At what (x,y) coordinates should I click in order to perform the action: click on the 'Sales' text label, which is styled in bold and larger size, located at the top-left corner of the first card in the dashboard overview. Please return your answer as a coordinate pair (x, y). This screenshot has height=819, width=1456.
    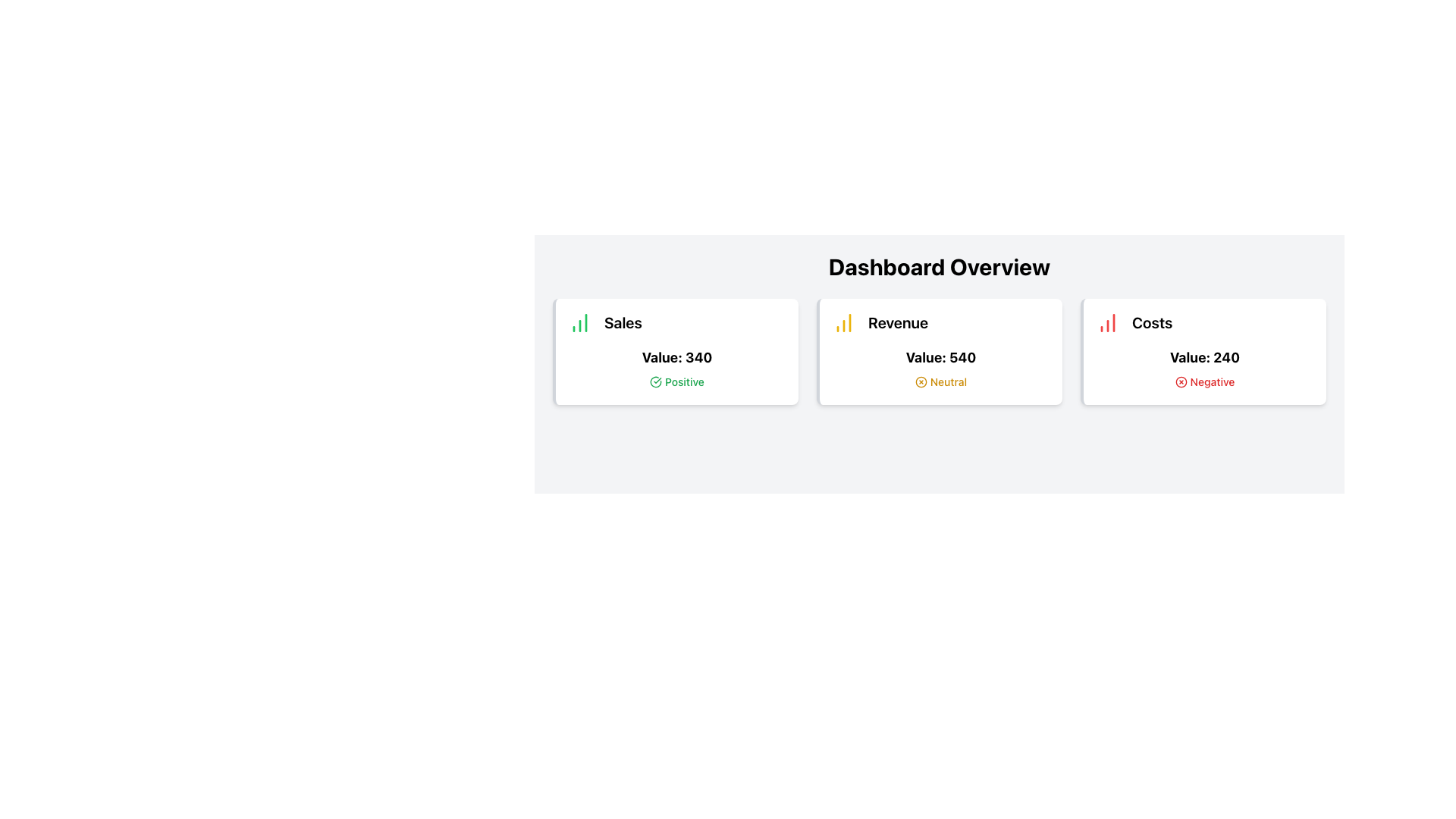
    Looking at the image, I should click on (623, 322).